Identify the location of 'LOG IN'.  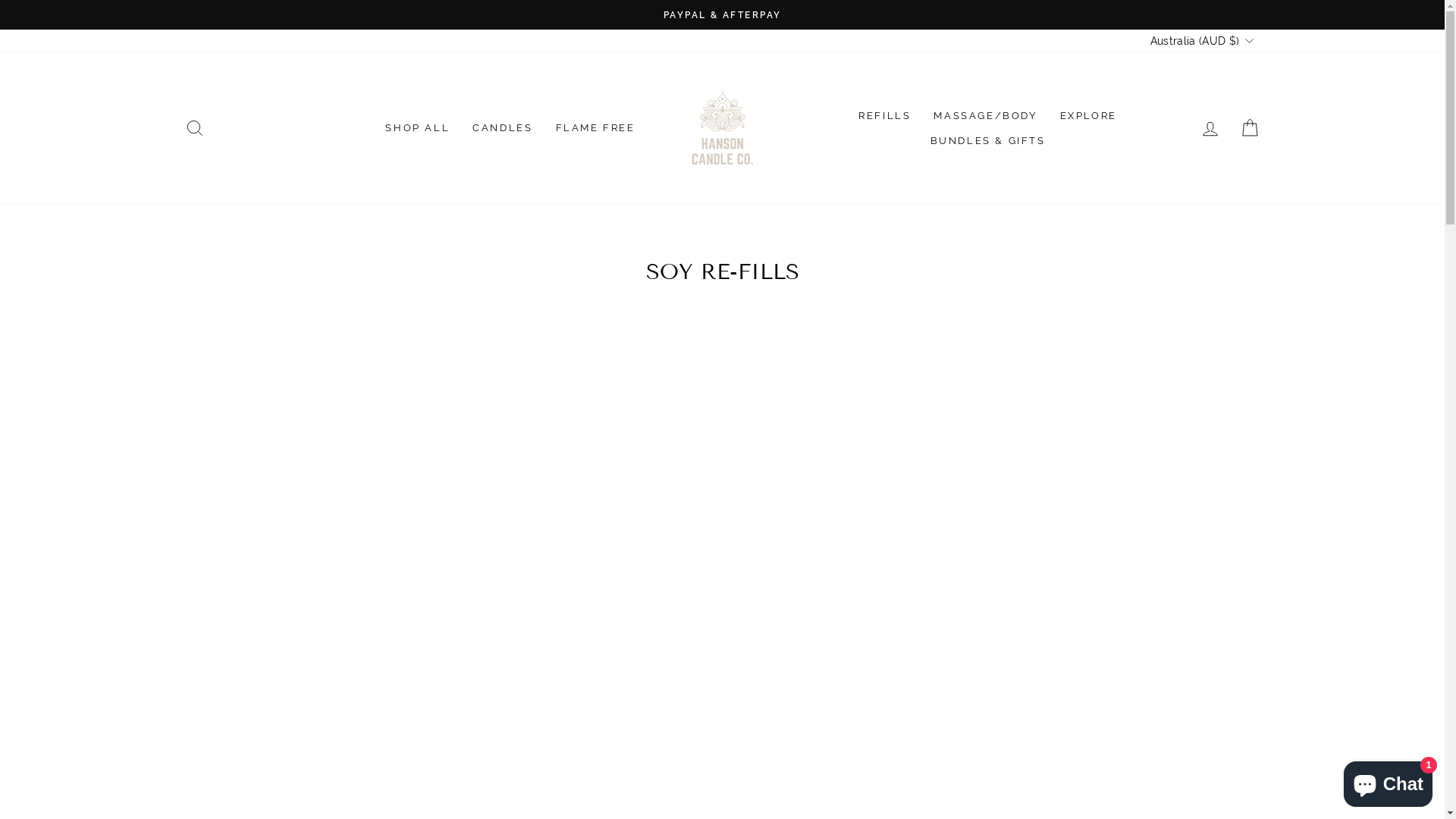
(1210, 127).